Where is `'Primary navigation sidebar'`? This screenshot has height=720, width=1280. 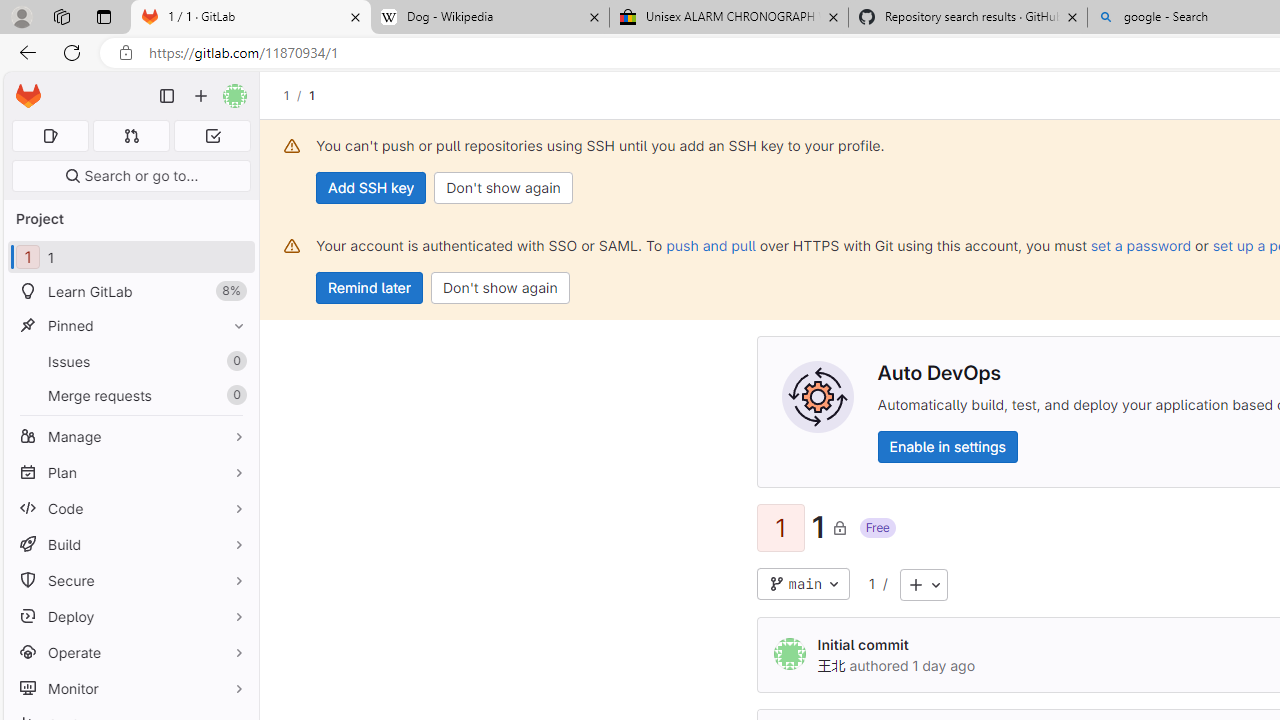 'Primary navigation sidebar' is located at coordinates (167, 96).